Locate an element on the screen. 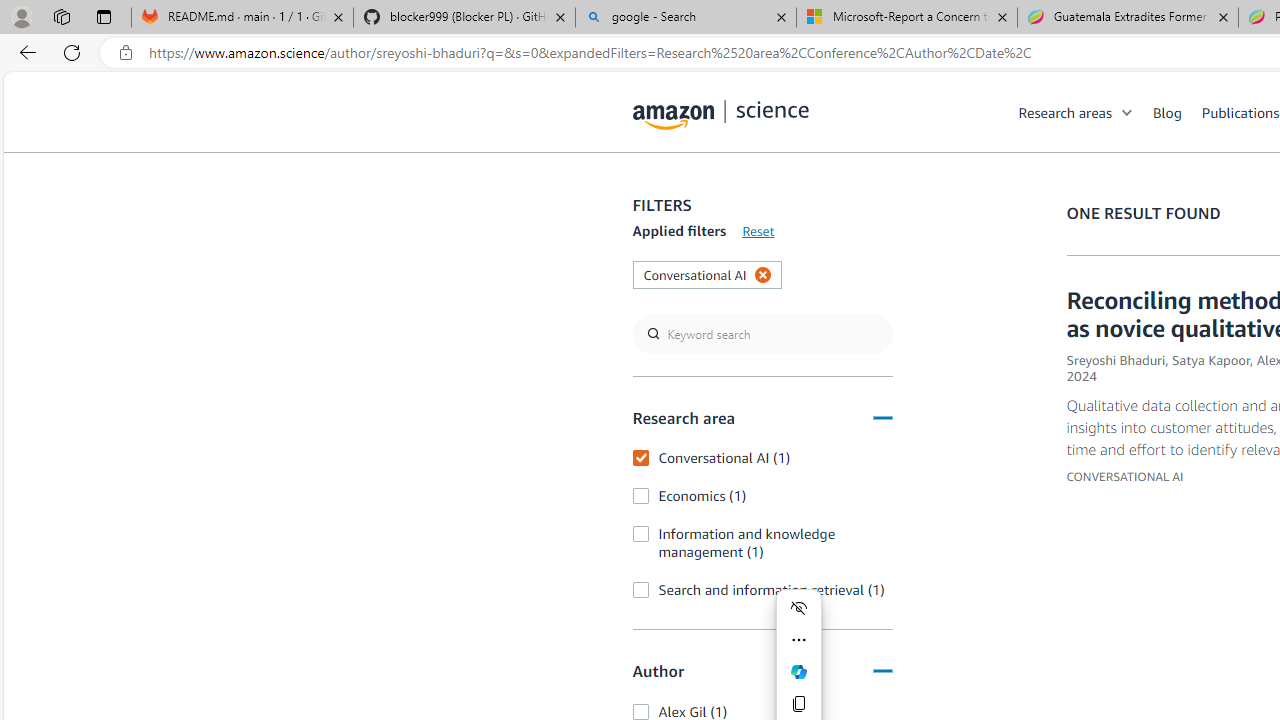 The height and width of the screenshot is (720, 1280). 'Satya Kapoor' is located at coordinates (1209, 360).